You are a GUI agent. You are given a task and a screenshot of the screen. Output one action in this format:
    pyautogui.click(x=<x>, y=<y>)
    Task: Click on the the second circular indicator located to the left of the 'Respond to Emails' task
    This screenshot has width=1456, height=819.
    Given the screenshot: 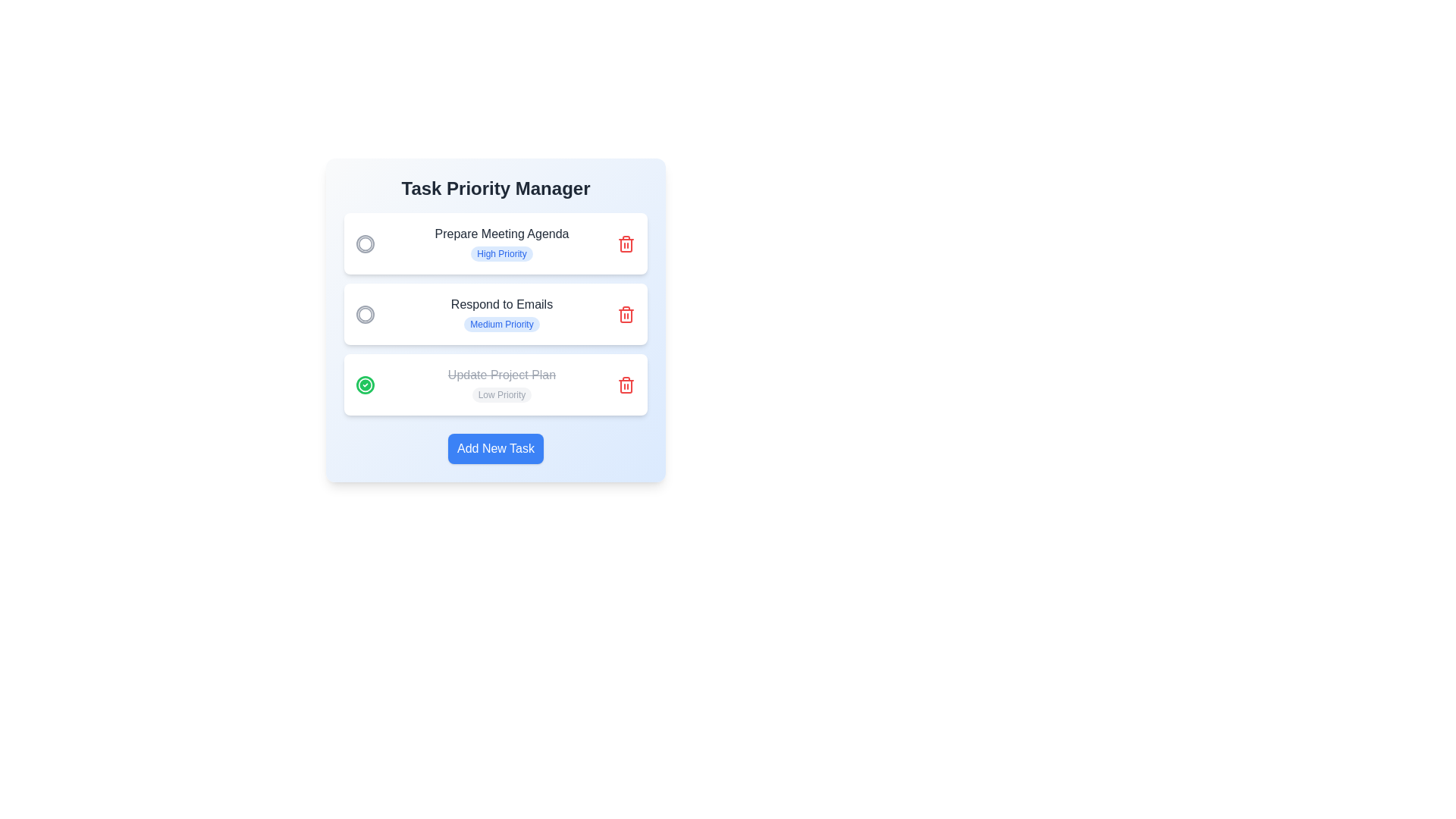 What is the action you would take?
    pyautogui.click(x=365, y=243)
    